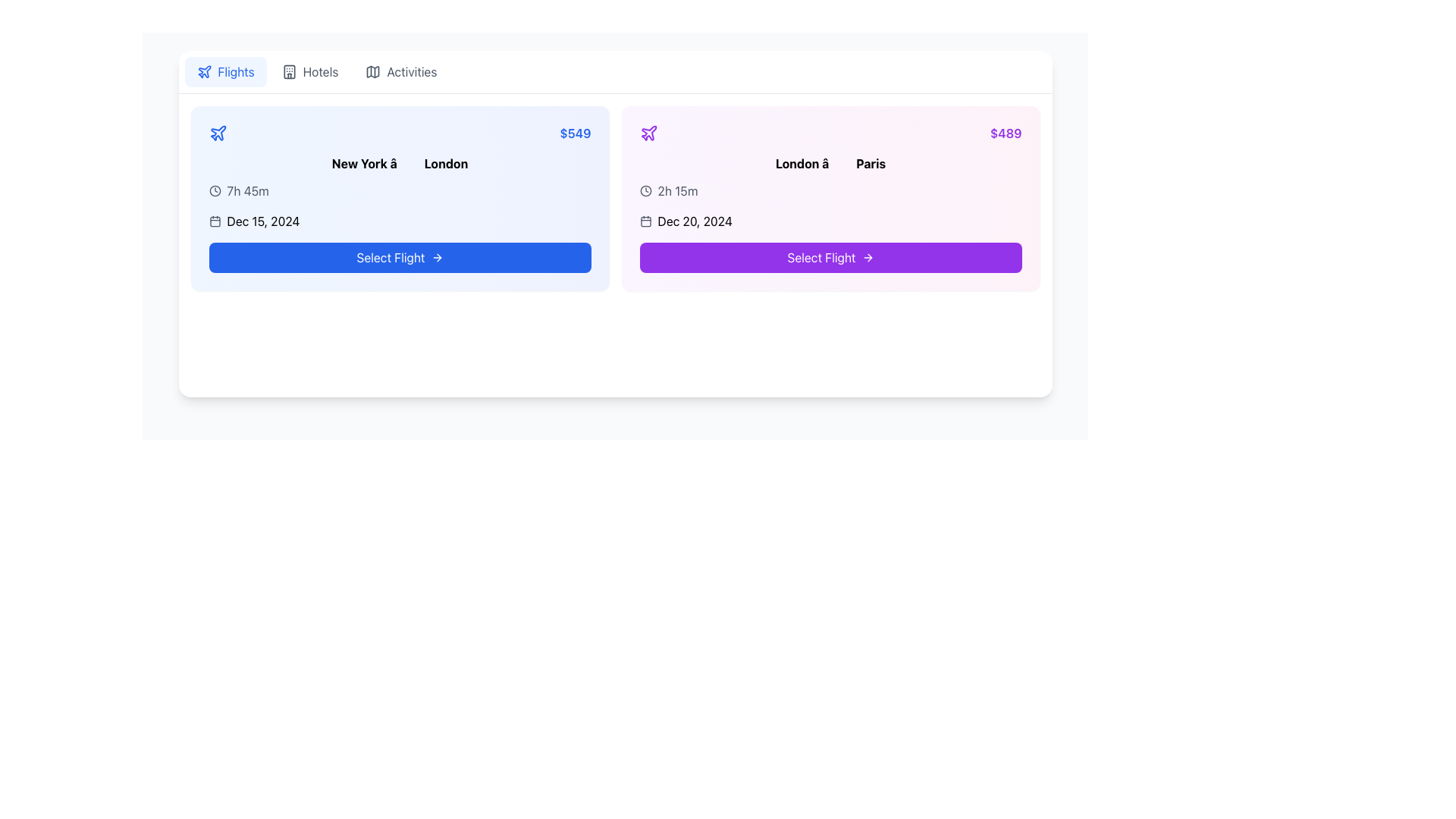  Describe the element at coordinates (319, 72) in the screenshot. I see `the 'Hotels' text label in the navigation menu` at that location.